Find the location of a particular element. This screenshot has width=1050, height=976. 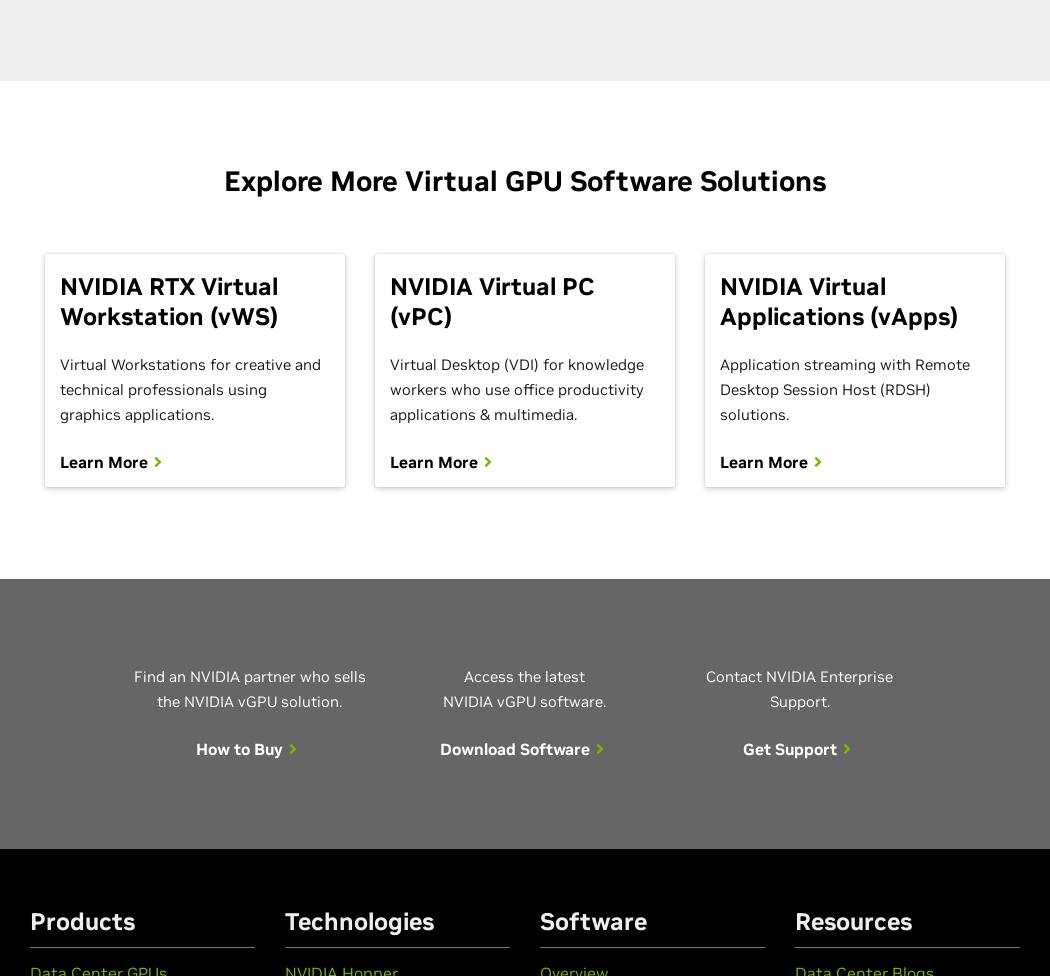

'Explore More Virtual GPU Software Solutions' is located at coordinates (523, 180).